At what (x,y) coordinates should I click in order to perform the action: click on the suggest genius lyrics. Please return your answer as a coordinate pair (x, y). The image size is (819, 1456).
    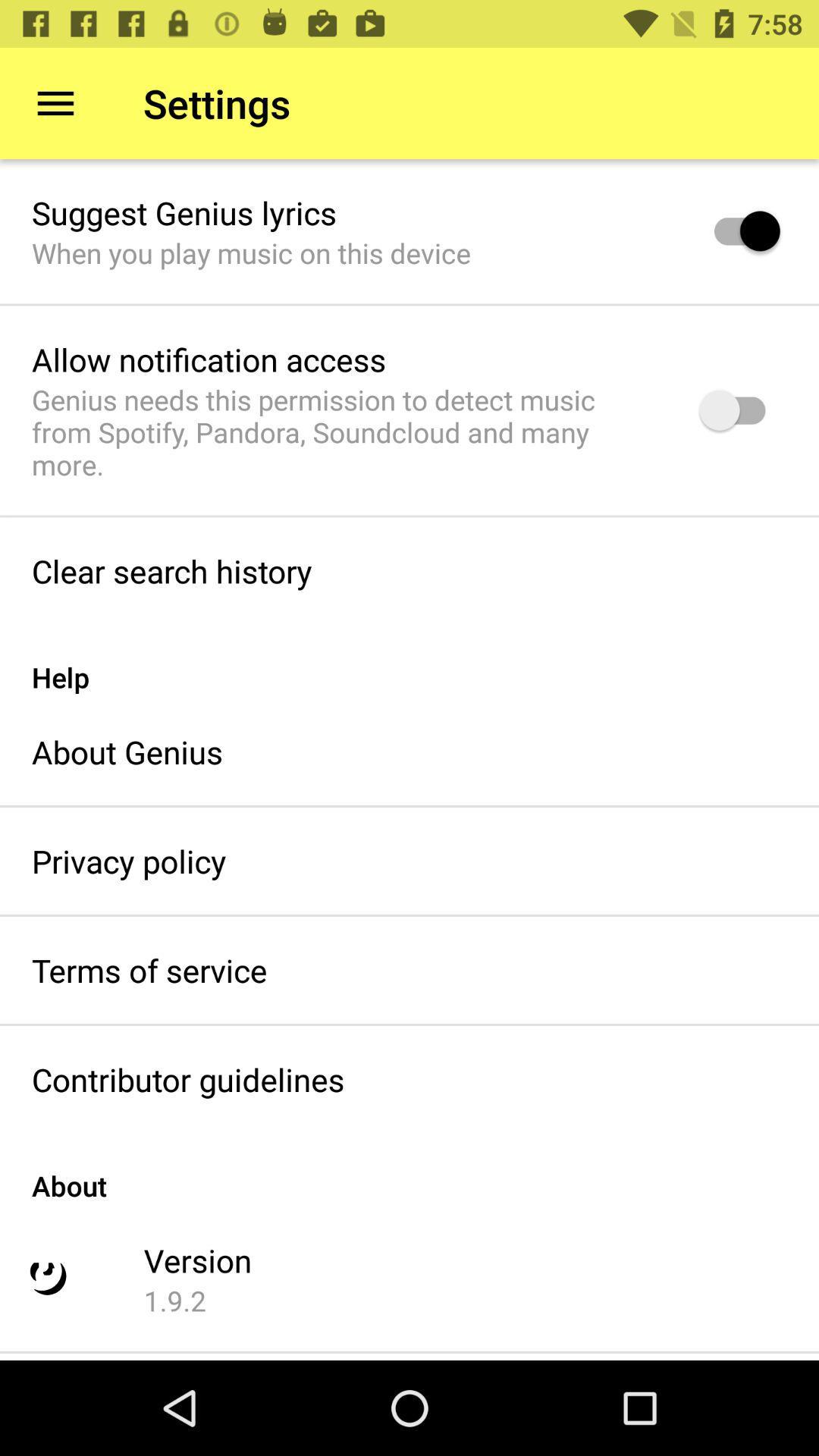
    Looking at the image, I should click on (184, 212).